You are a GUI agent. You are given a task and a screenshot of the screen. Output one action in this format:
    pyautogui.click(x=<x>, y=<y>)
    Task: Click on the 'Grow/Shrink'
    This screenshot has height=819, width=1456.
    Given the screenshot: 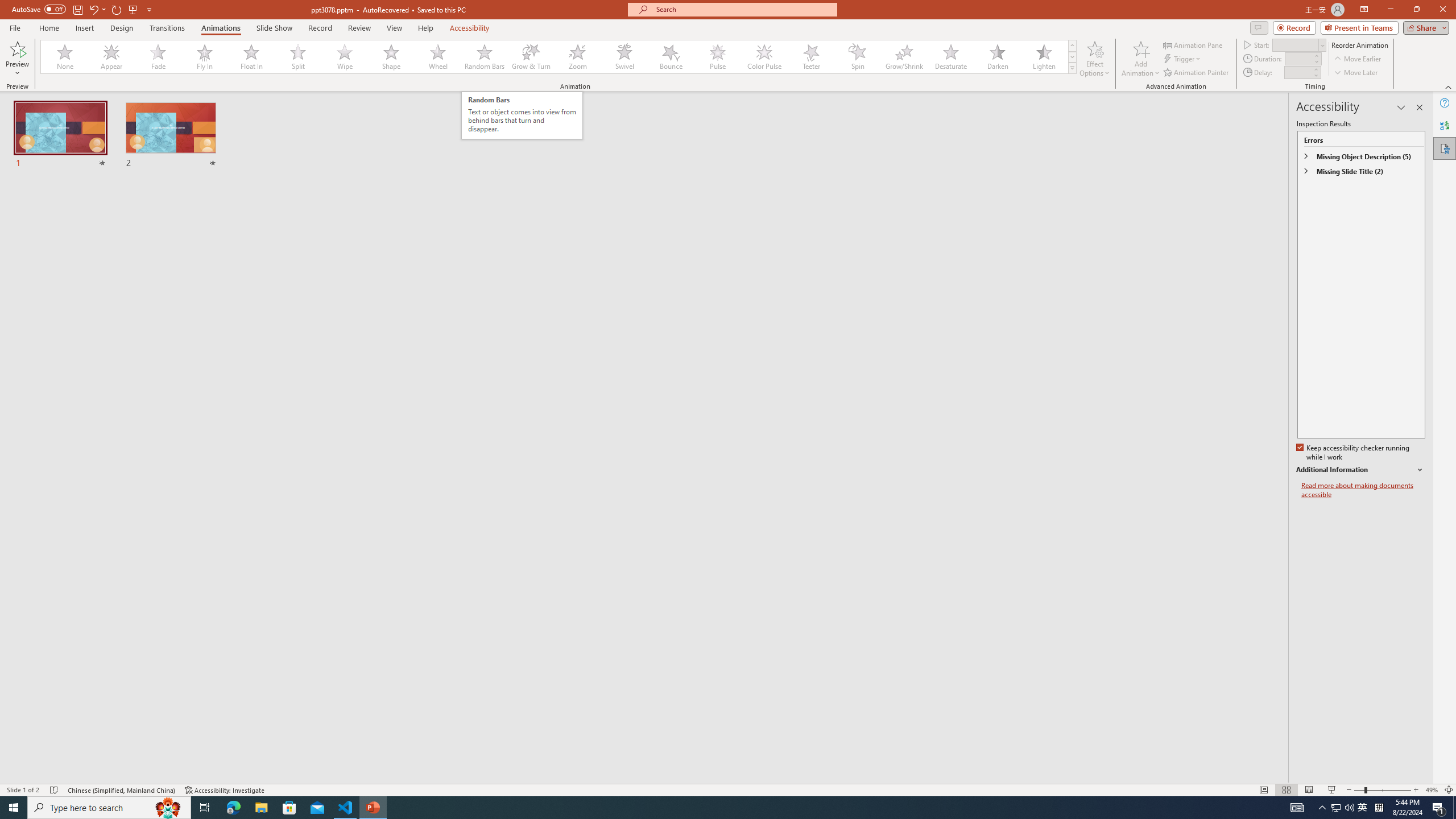 What is the action you would take?
    pyautogui.click(x=904, y=56)
    